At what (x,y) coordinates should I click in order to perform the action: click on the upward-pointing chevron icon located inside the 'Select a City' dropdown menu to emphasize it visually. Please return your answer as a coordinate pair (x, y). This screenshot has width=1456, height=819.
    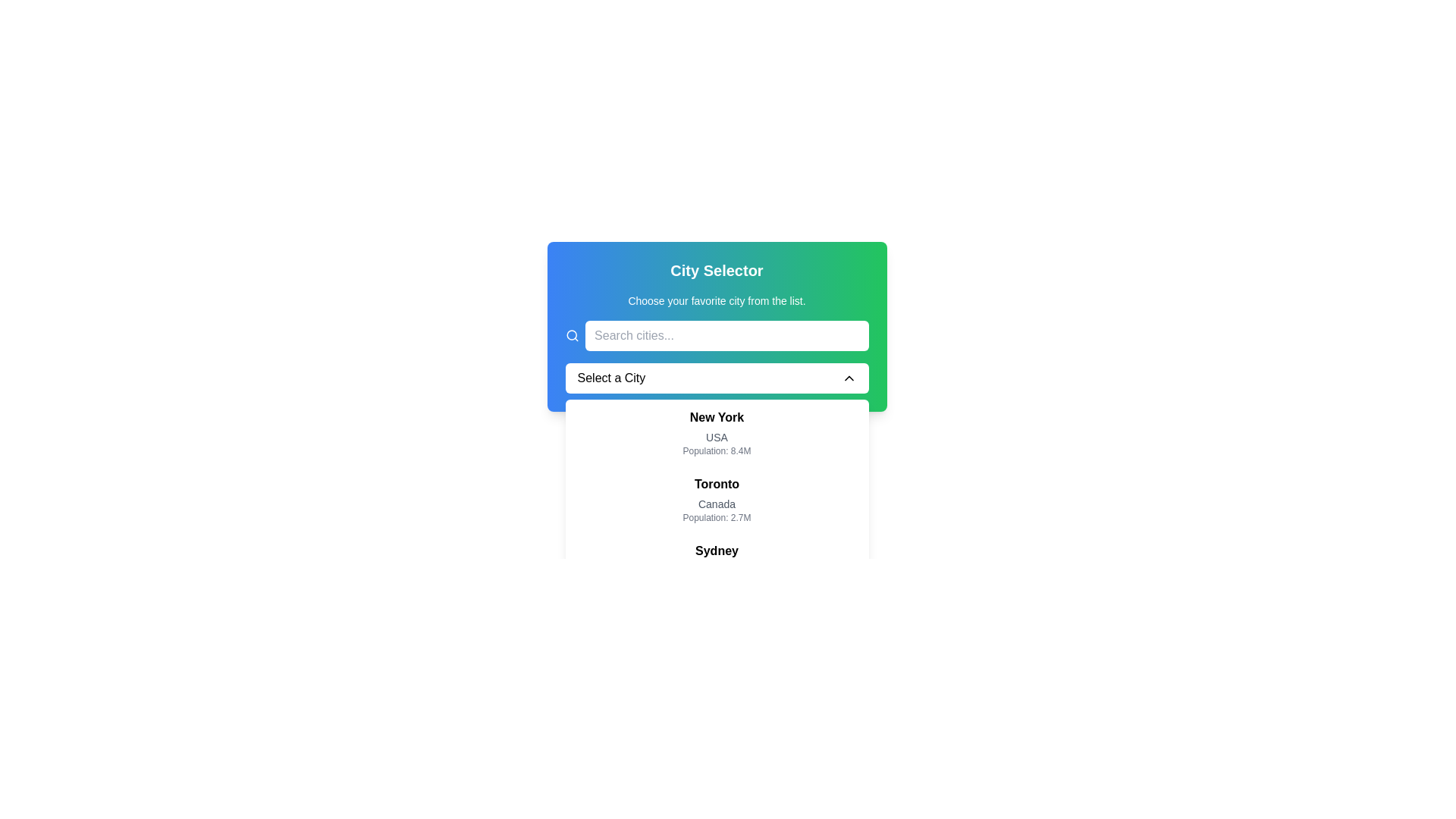
    Looking at the image, I should click on (848, 377).